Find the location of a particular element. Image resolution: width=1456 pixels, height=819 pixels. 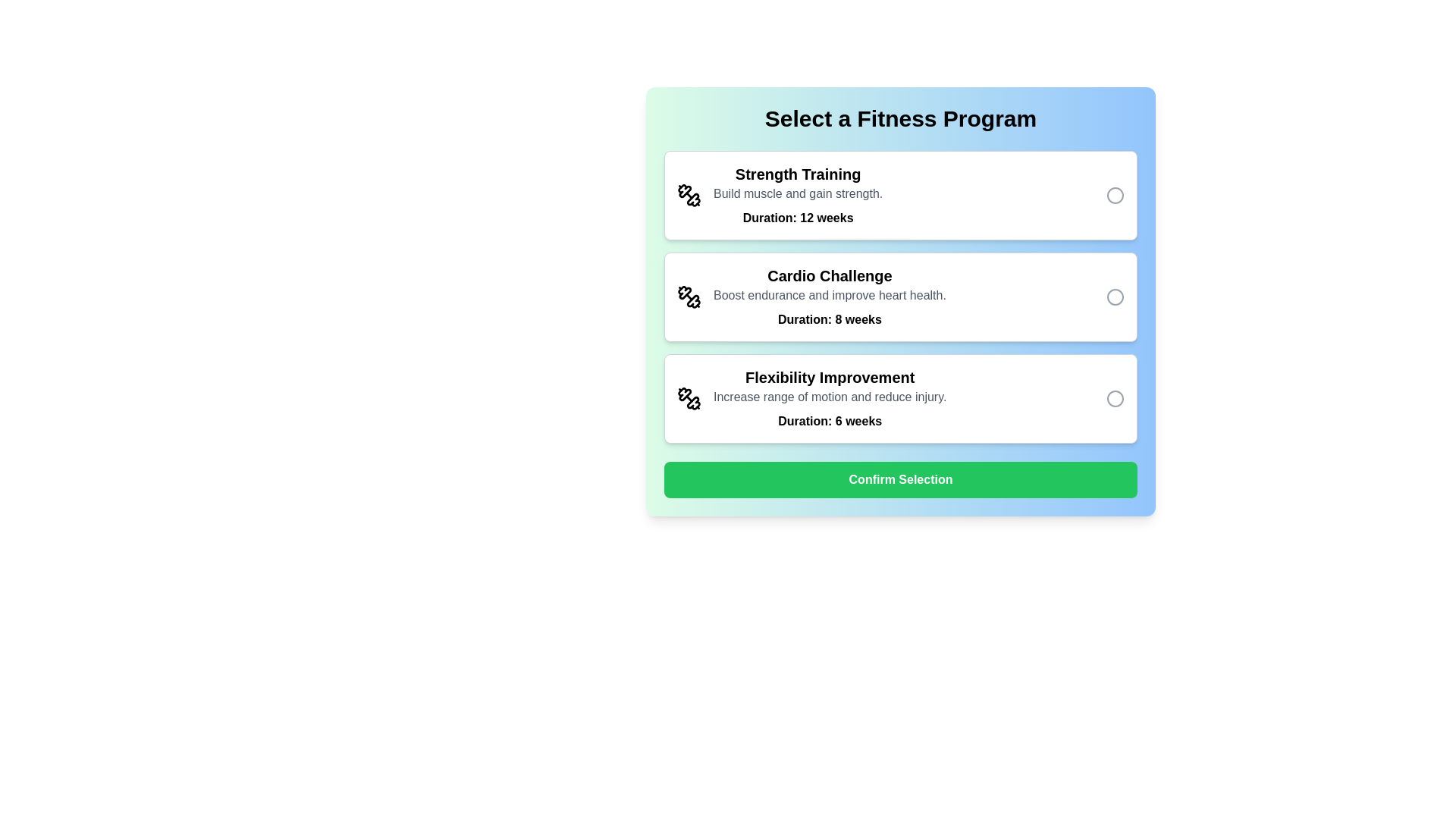

to select the 'Cardio Challenge' fitness program card, which is the second selectable card in the vertical list, positioned between 'Strength Training' and 'Flexibility Improvement' is located at coordinates (901, 297).